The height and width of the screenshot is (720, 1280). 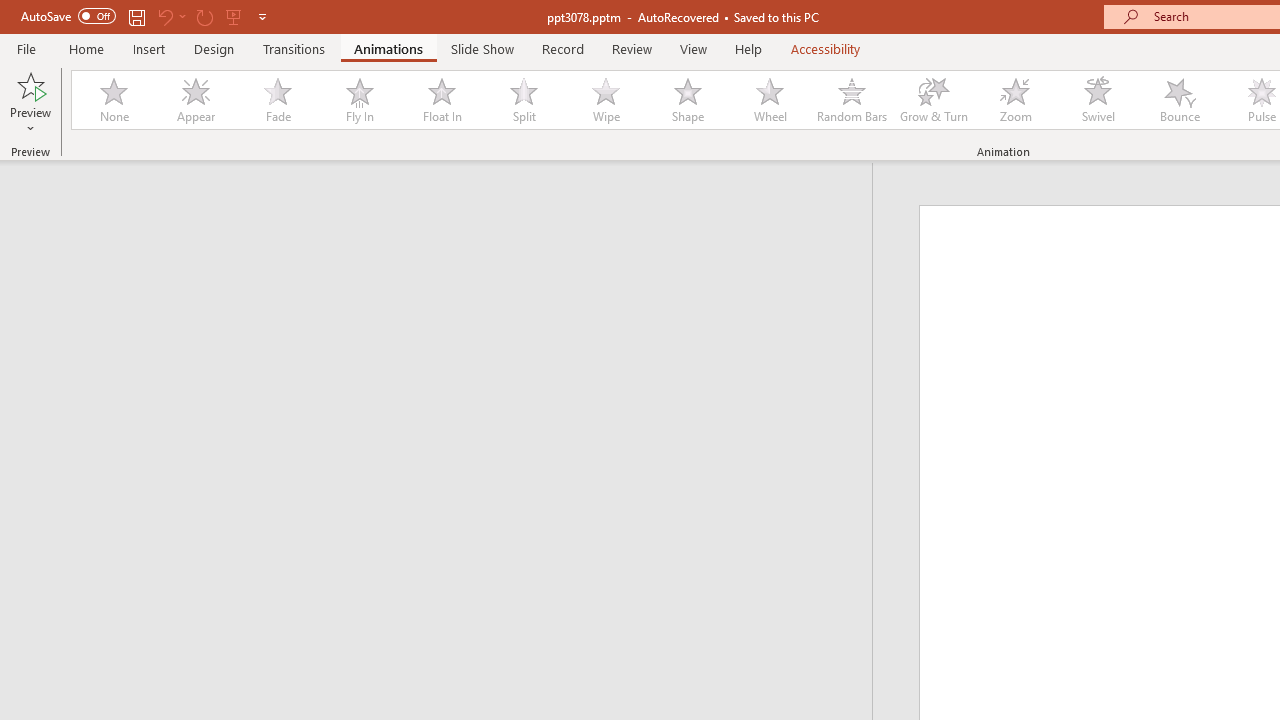 What do you see at coordinates (164, 16) in the screenshot?
I see `'Undo'` at bounding box center [164, 16].